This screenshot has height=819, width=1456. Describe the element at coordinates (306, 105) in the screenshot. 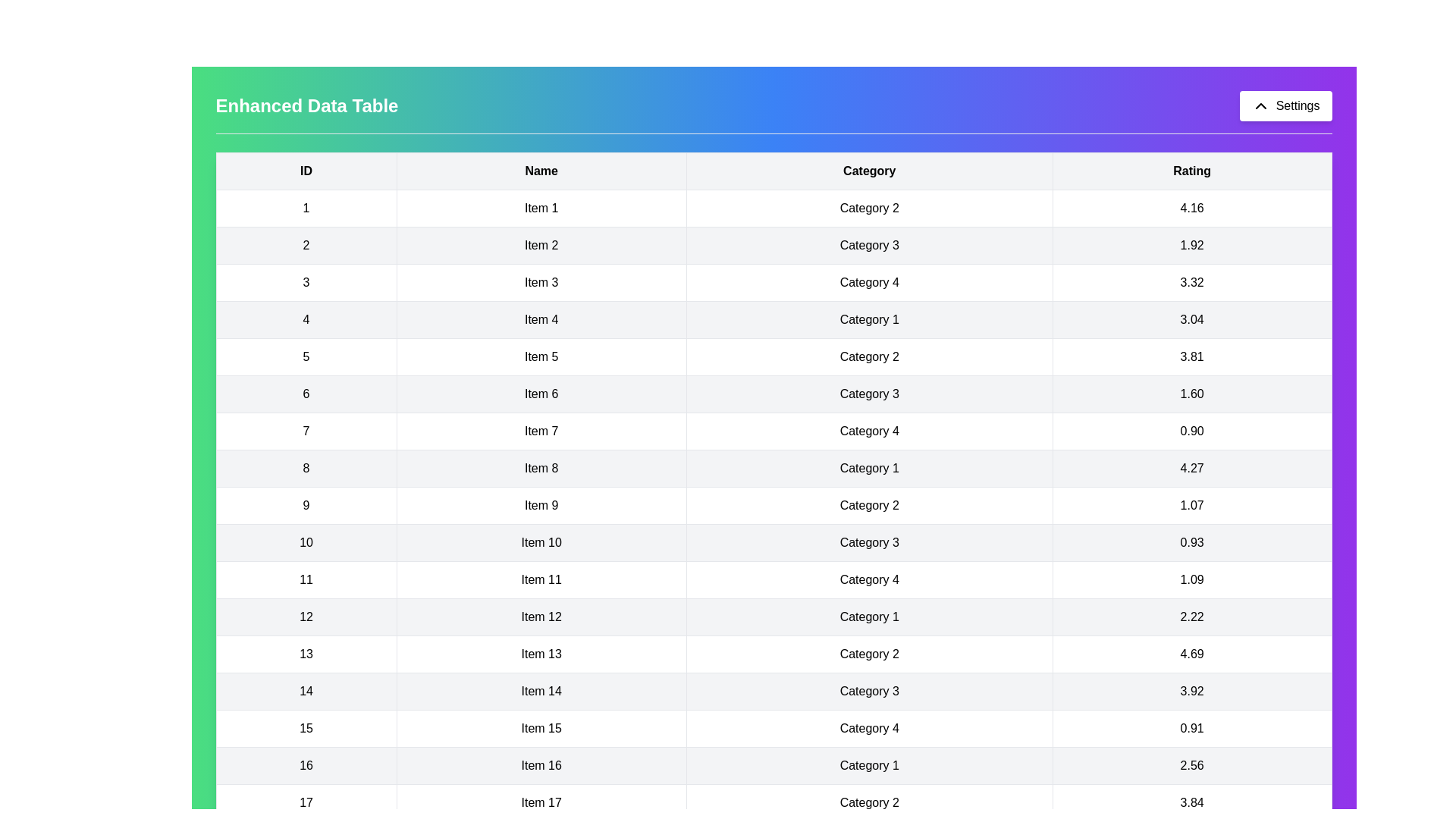

I see `the title text 'Enhanced Data Table' displayed at the top of the component` at that location.